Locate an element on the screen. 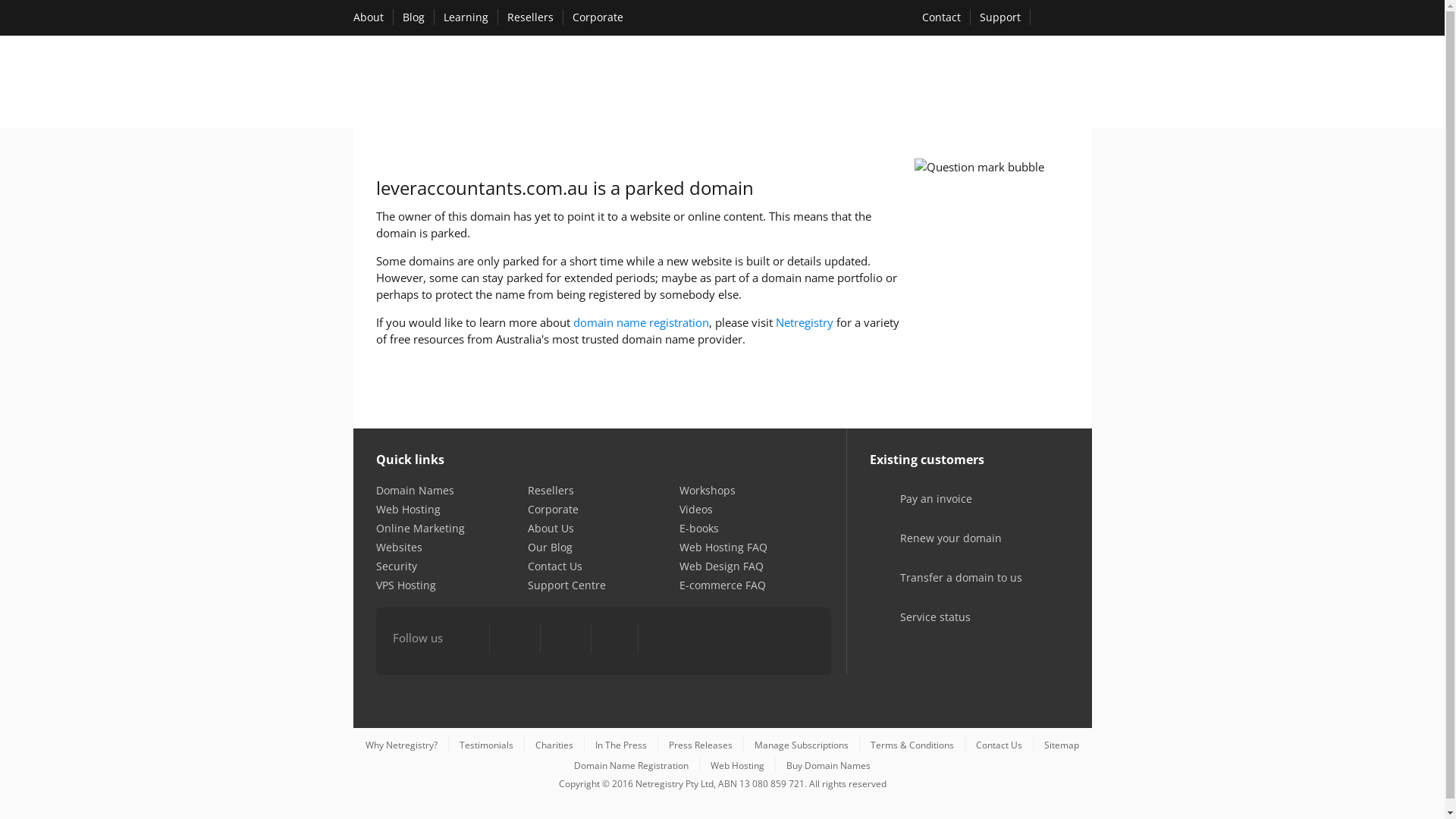 The width and height of the screenshot is (1456, 819). 'Service status' is located at coordinates (915, 627).